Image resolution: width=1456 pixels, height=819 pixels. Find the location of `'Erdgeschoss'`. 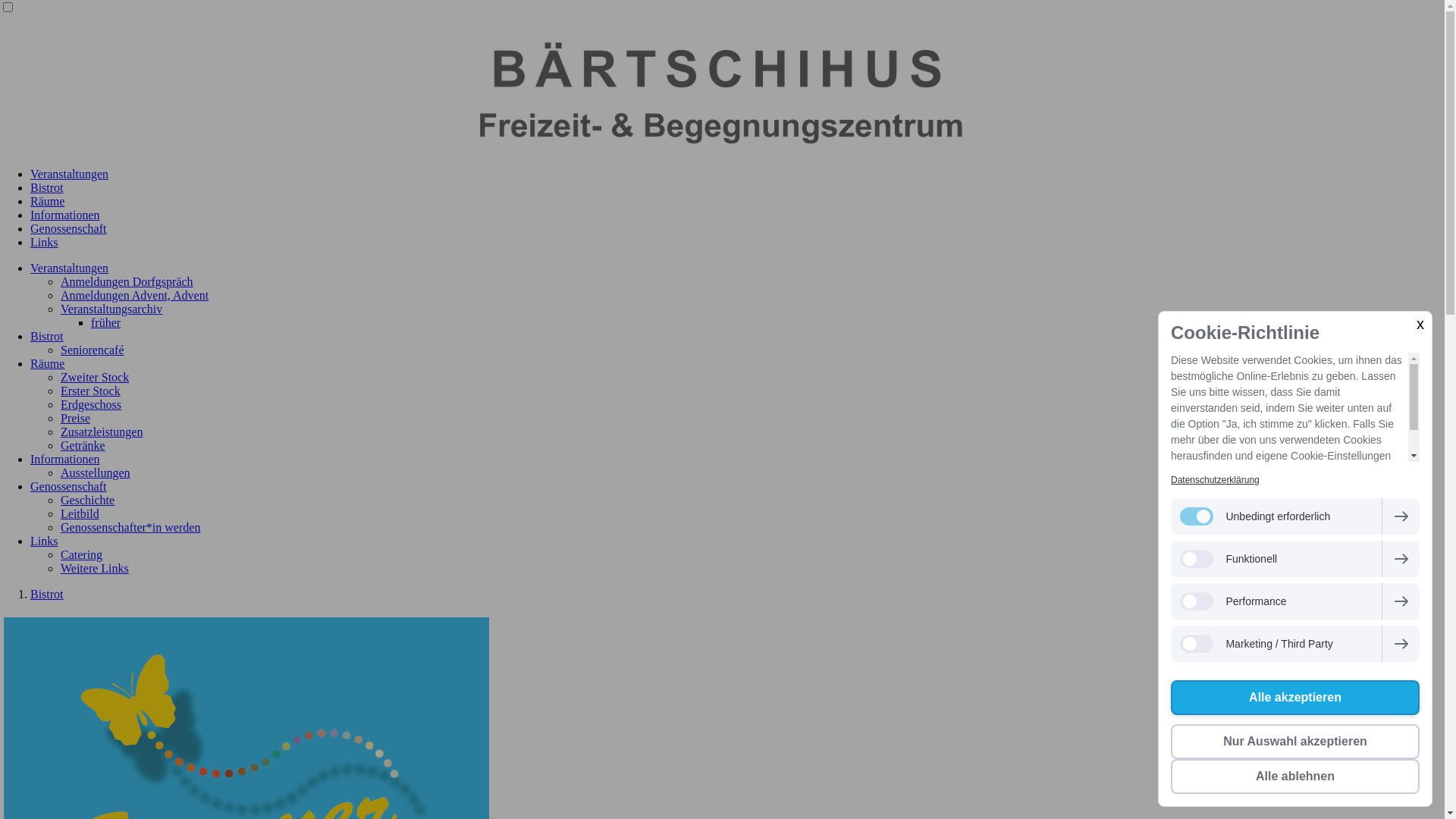

'Erdgeschoss' is located at coordinates (90, 403).